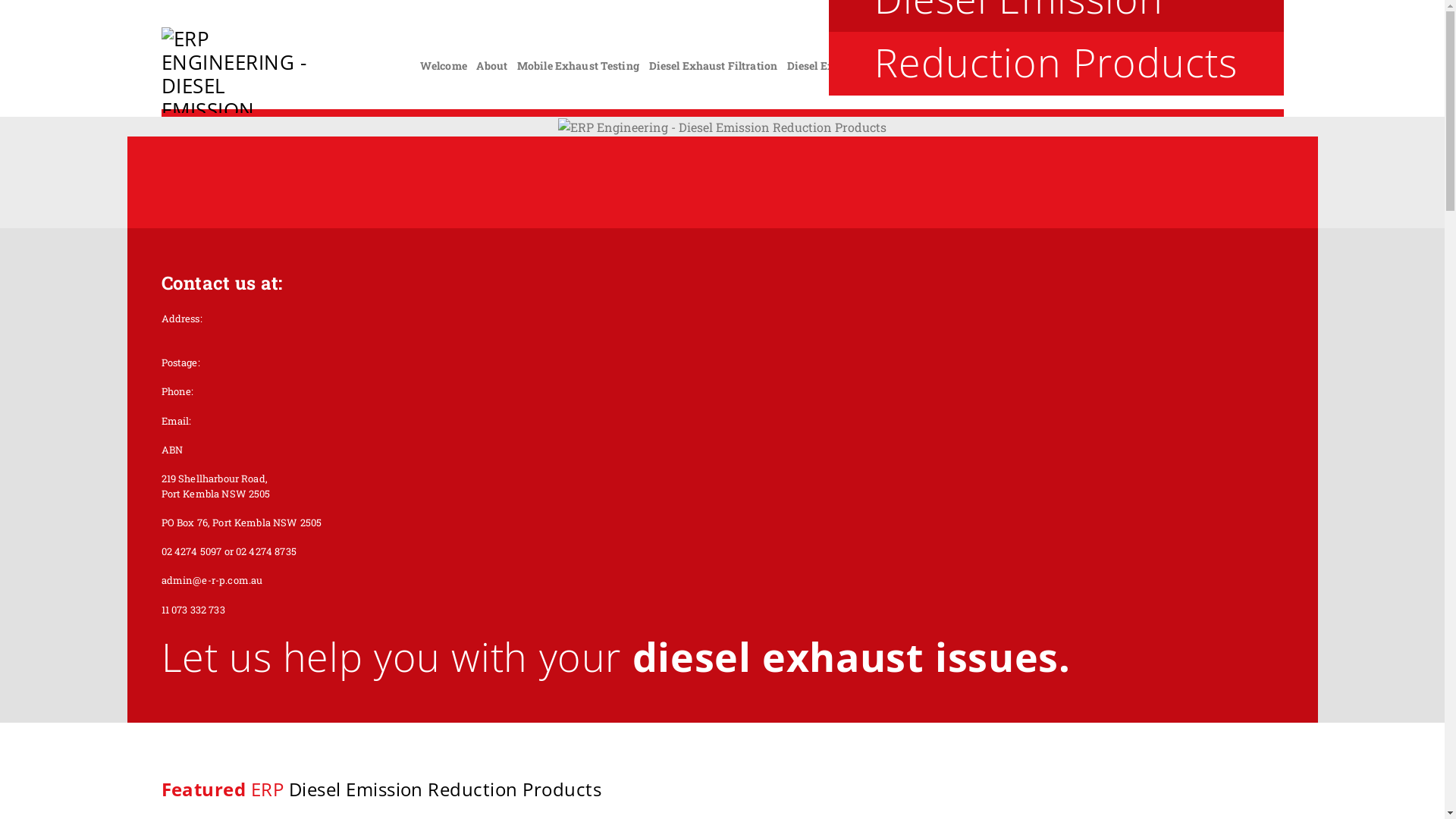 The width and height of the screenshot is (1456, 819). What do you see at coordinates (972, 65) in the screenshot?
I see `'Diesel Test Rig'` at bounding box center [972, 65].